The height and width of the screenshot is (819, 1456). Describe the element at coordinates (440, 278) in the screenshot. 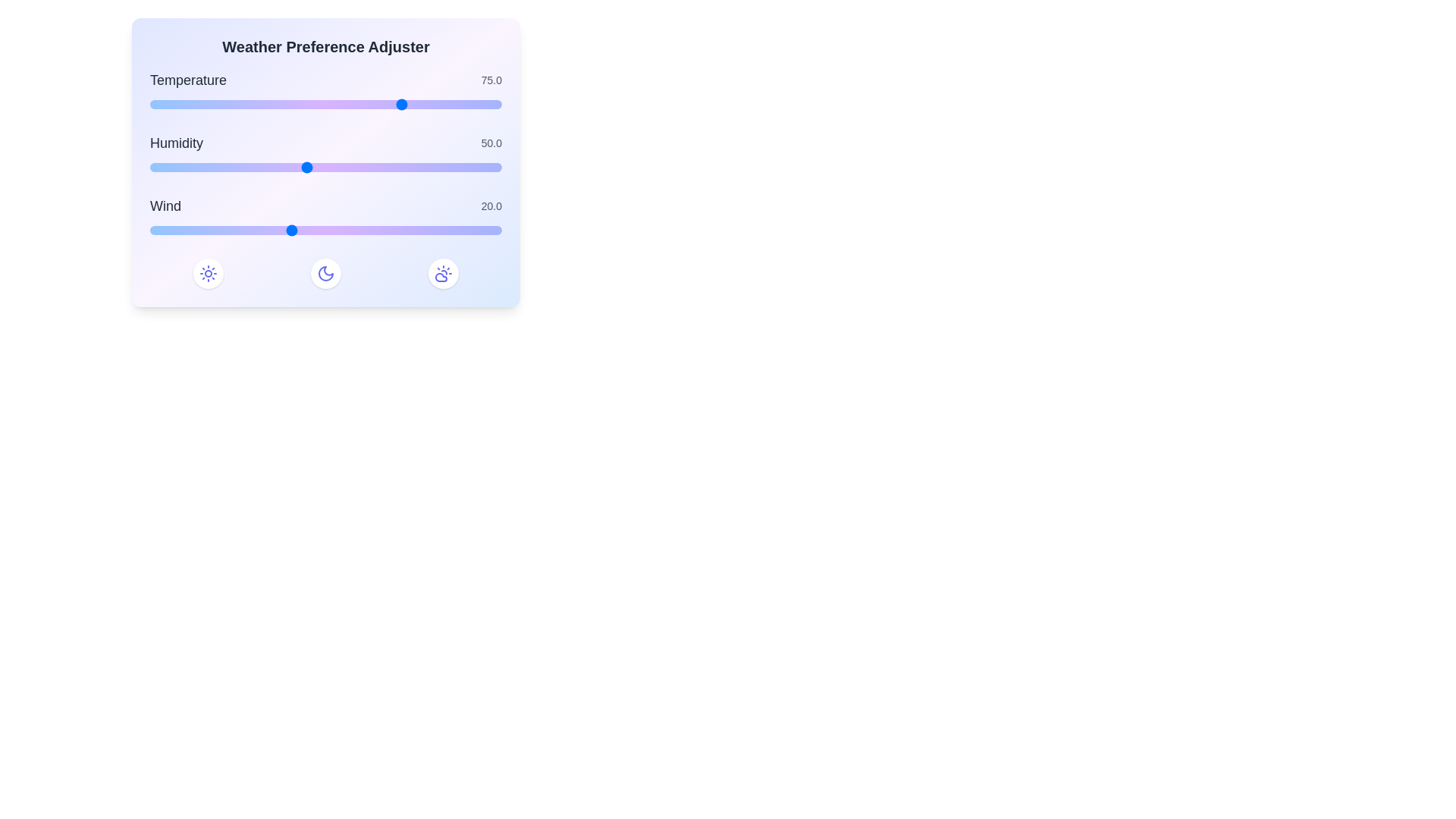

I see `the weather icon representing cloudy or sunrise conditions, which is the third icon from the left in the bottom row of icons below the adjustment sliders` at that location.